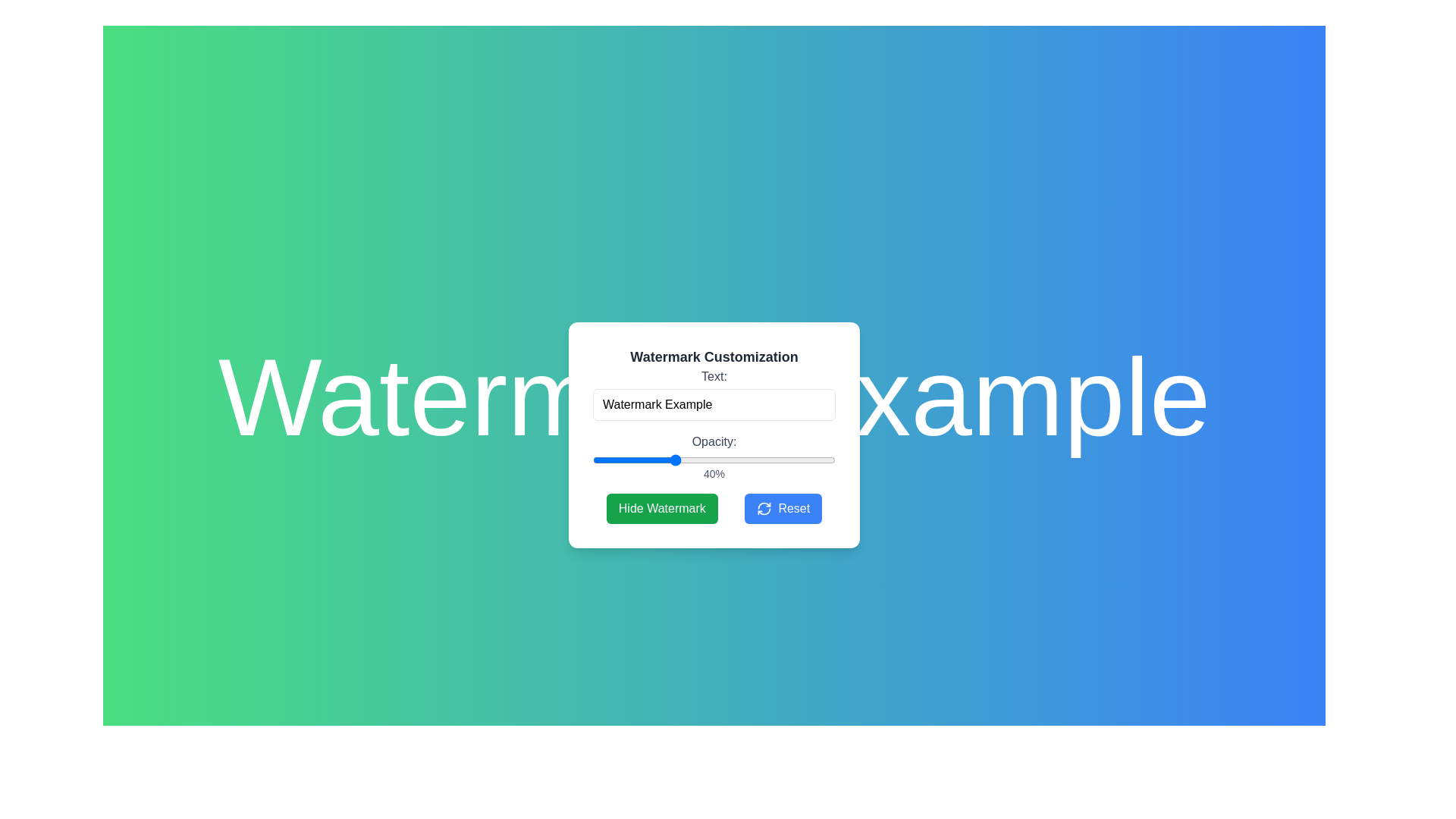 The height and width of the screenshot is (819, 1456). Describe the element at coordinates (713, 375) in the screenshot. I see `the text label displaying 'Text:' in gray color, positioned above the input field labeled 'Watermark Example' in the center of the modal overlay` at that location.